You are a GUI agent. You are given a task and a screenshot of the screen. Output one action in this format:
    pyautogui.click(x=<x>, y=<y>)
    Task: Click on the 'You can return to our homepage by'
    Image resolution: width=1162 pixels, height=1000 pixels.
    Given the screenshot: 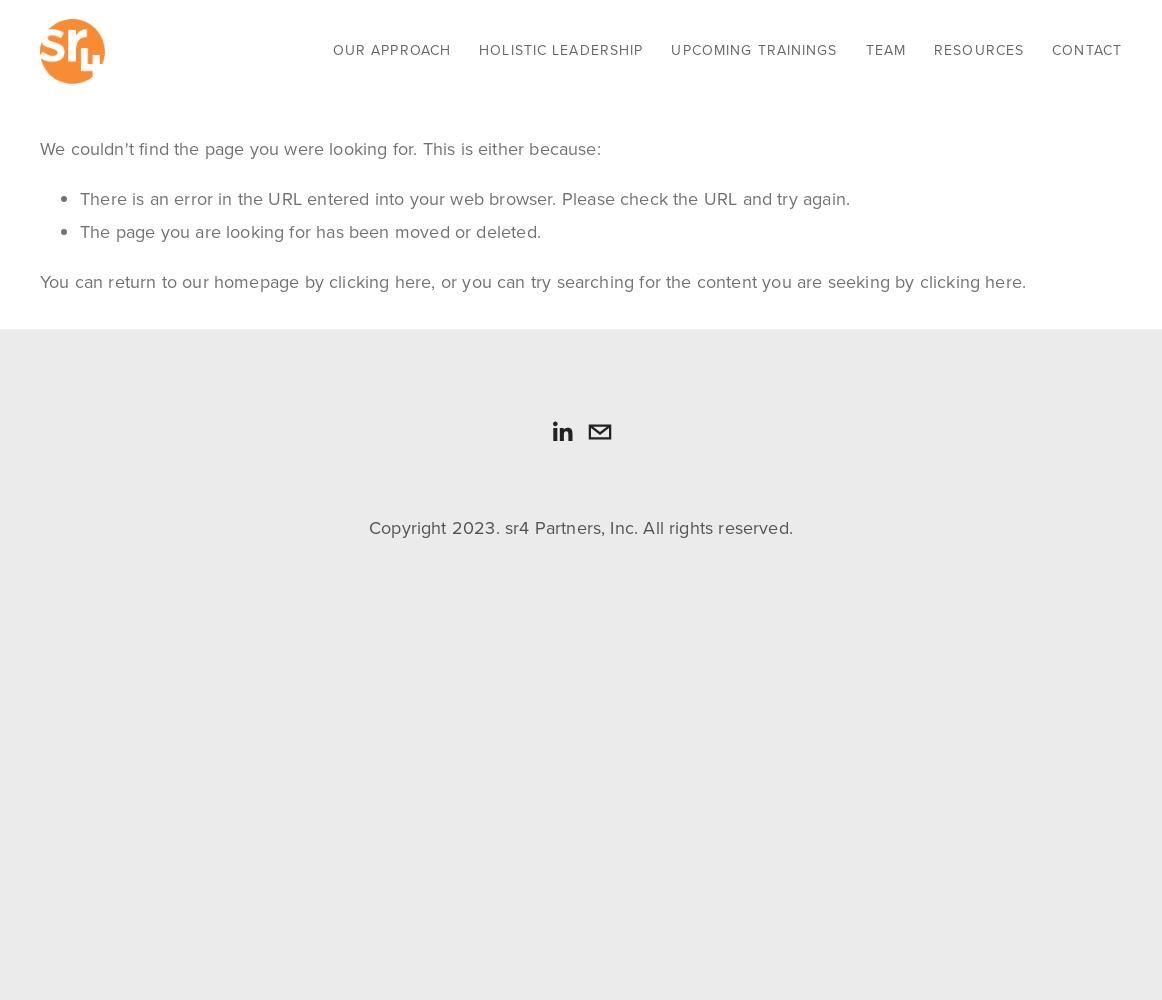 What is the action you would take?
    pyautogui.click(x=39, y=282)
    